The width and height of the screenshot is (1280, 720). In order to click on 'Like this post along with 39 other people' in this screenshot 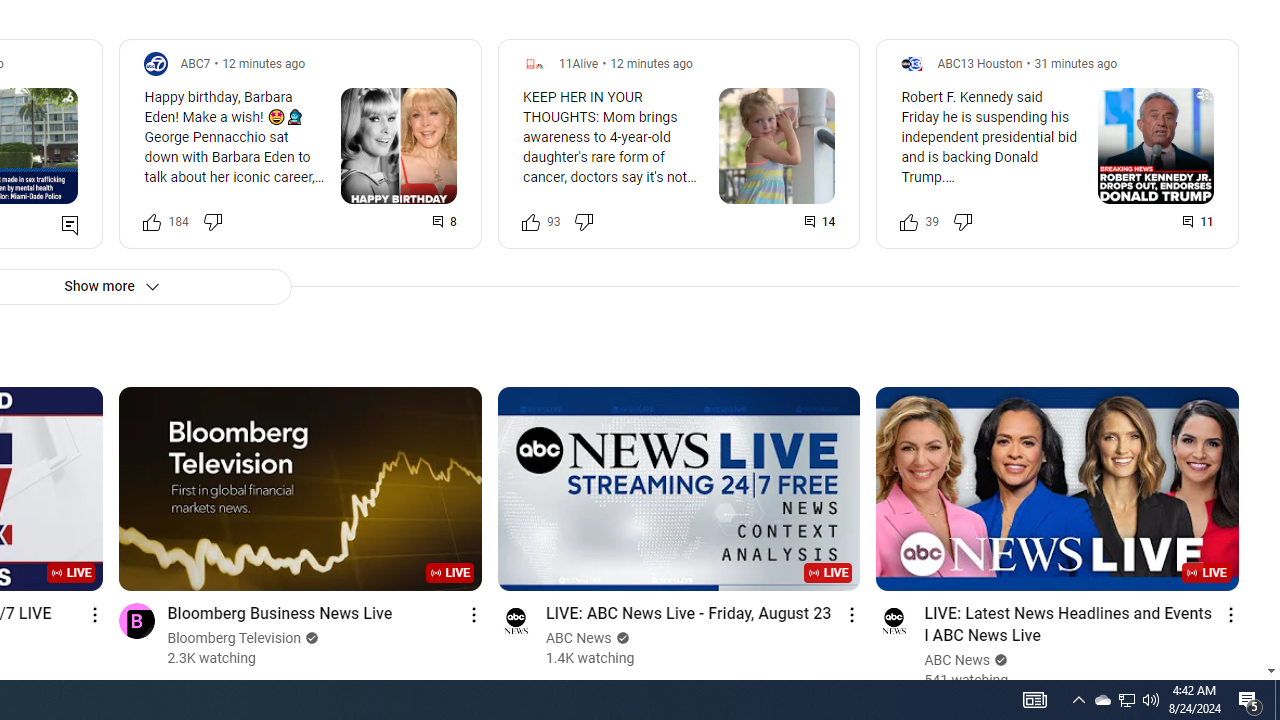, I will do `click(908, 221)`.